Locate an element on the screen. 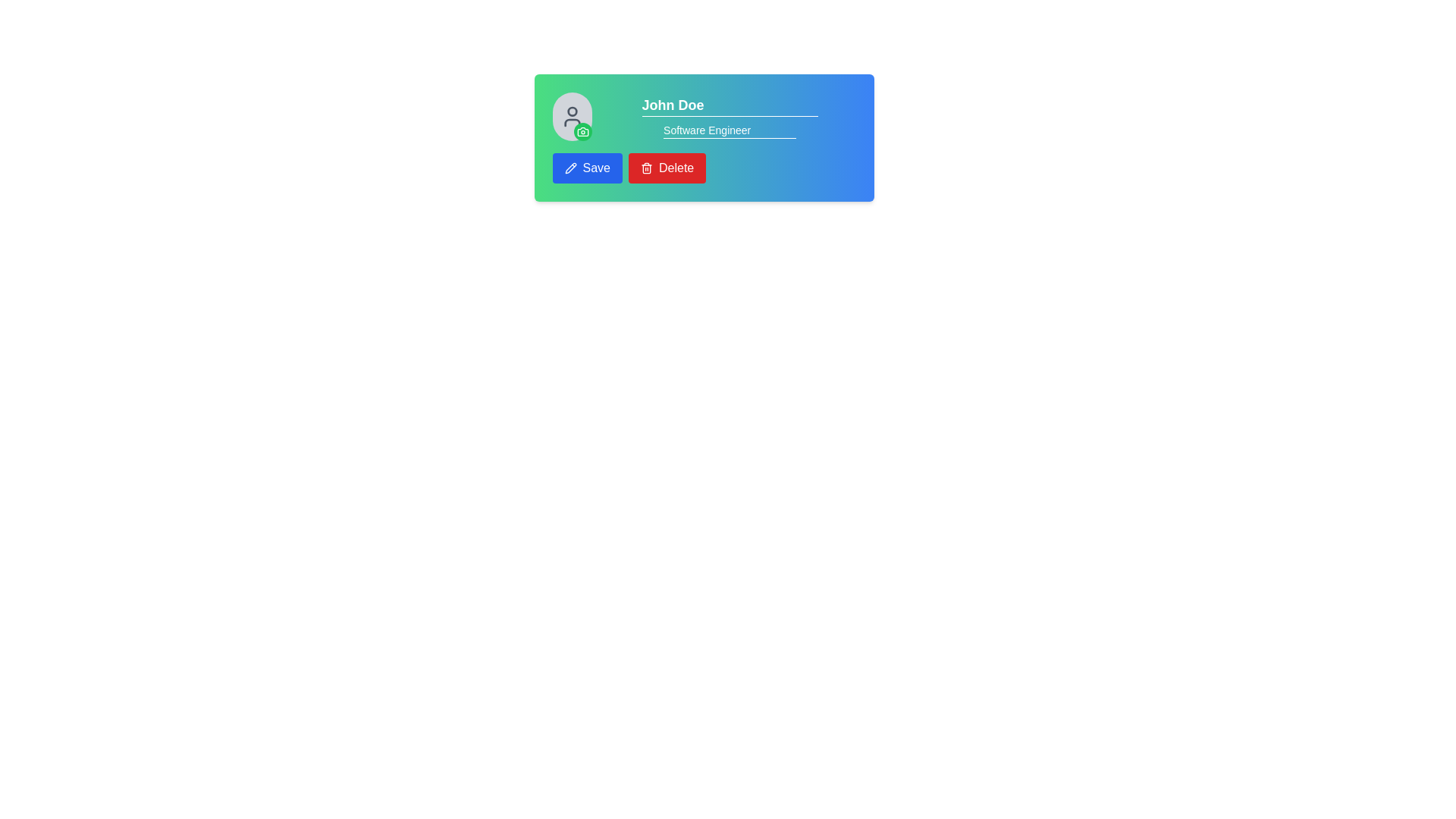  the trash icon located to the right of the blue 'Save' button, which is inside the red 'Delete' button in the user profile interface is located at coordinates (647, 168).